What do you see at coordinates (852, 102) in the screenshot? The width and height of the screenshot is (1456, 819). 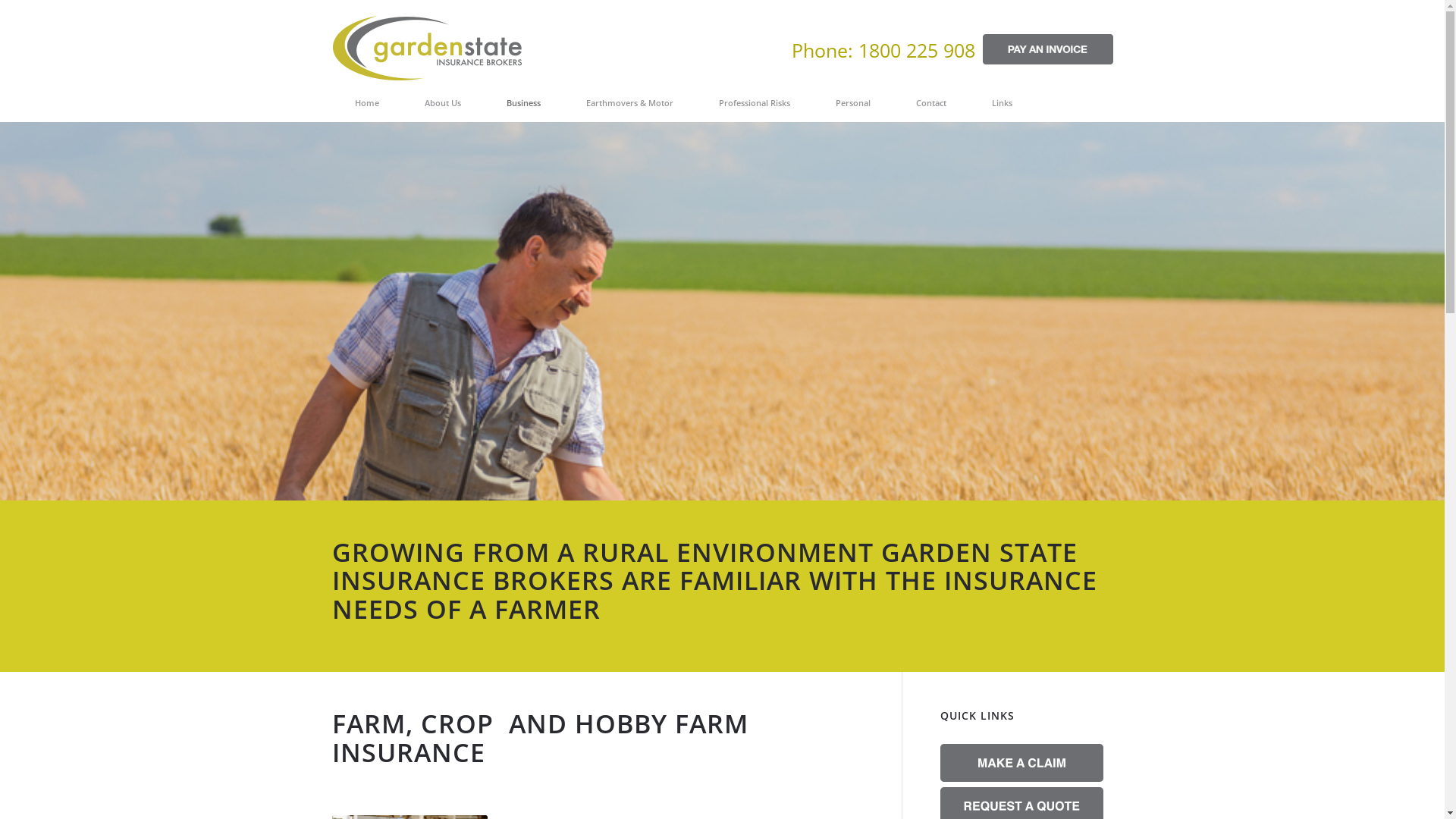 I see `'Personal'` at bounding box center [852, 102].